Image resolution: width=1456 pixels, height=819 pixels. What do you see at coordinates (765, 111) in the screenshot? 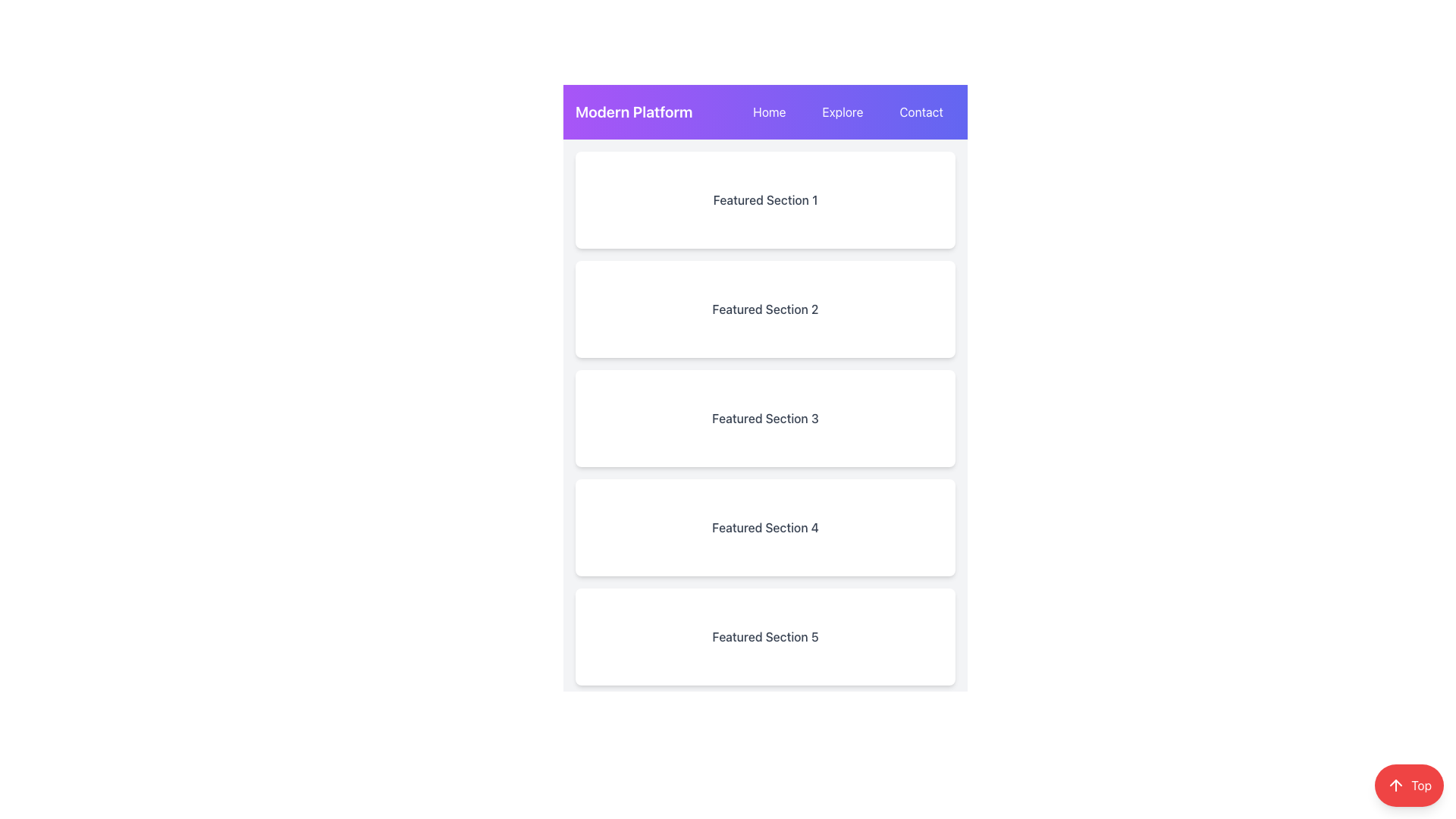
I see `the 'Home' link on the navigation bar, which is styled with a gradient background and contains the text 'Modern Platform' on the left and links on the right` at bounding box center [765, 111].